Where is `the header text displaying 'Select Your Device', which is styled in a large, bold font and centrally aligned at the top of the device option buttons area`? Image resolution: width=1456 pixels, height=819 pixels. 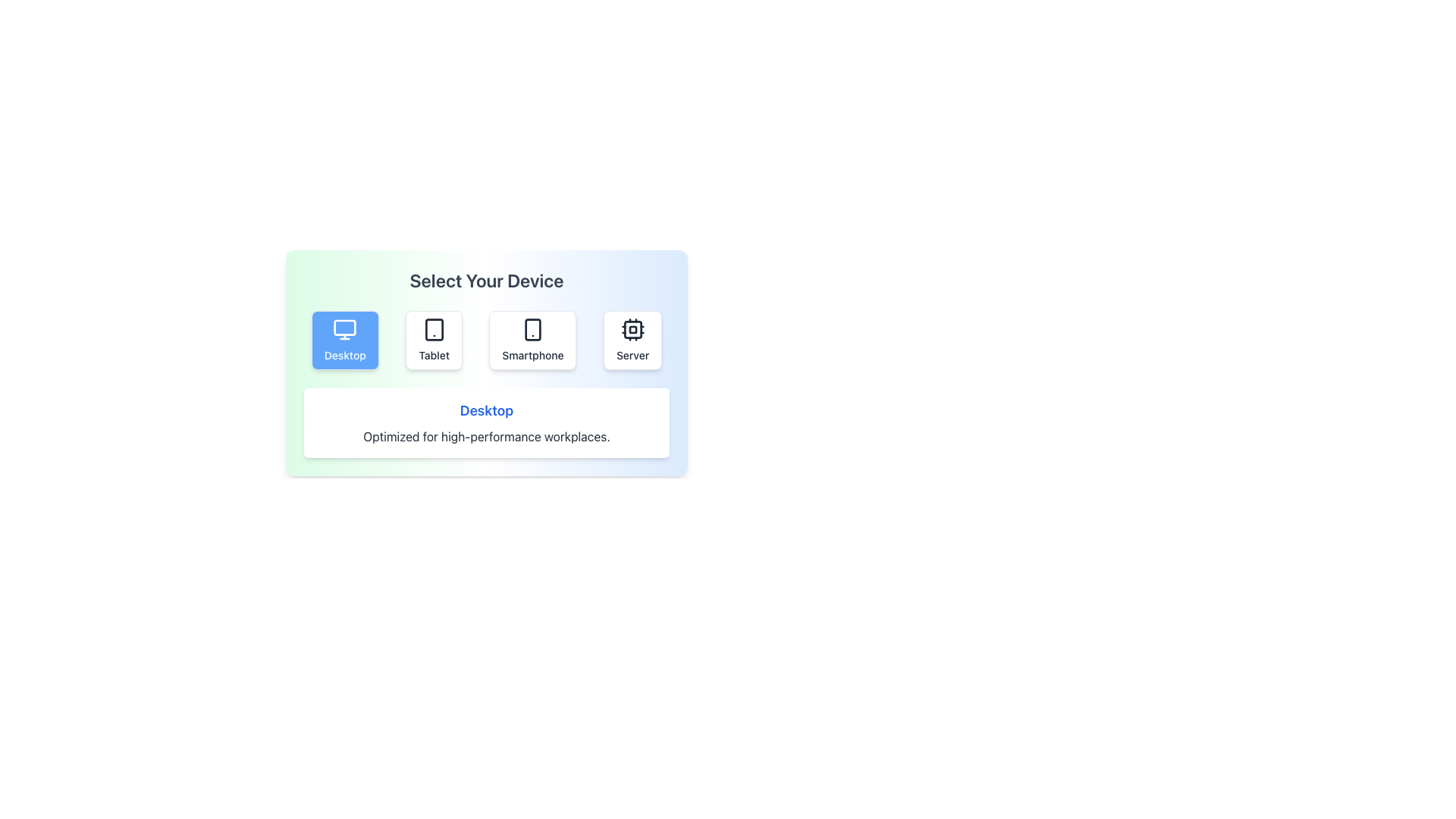 the header text displaying 'Select Your Device', which is styled in a large, bold font and centrally aligned at the top of the device option buttons area is located at coordinates (487, 281).